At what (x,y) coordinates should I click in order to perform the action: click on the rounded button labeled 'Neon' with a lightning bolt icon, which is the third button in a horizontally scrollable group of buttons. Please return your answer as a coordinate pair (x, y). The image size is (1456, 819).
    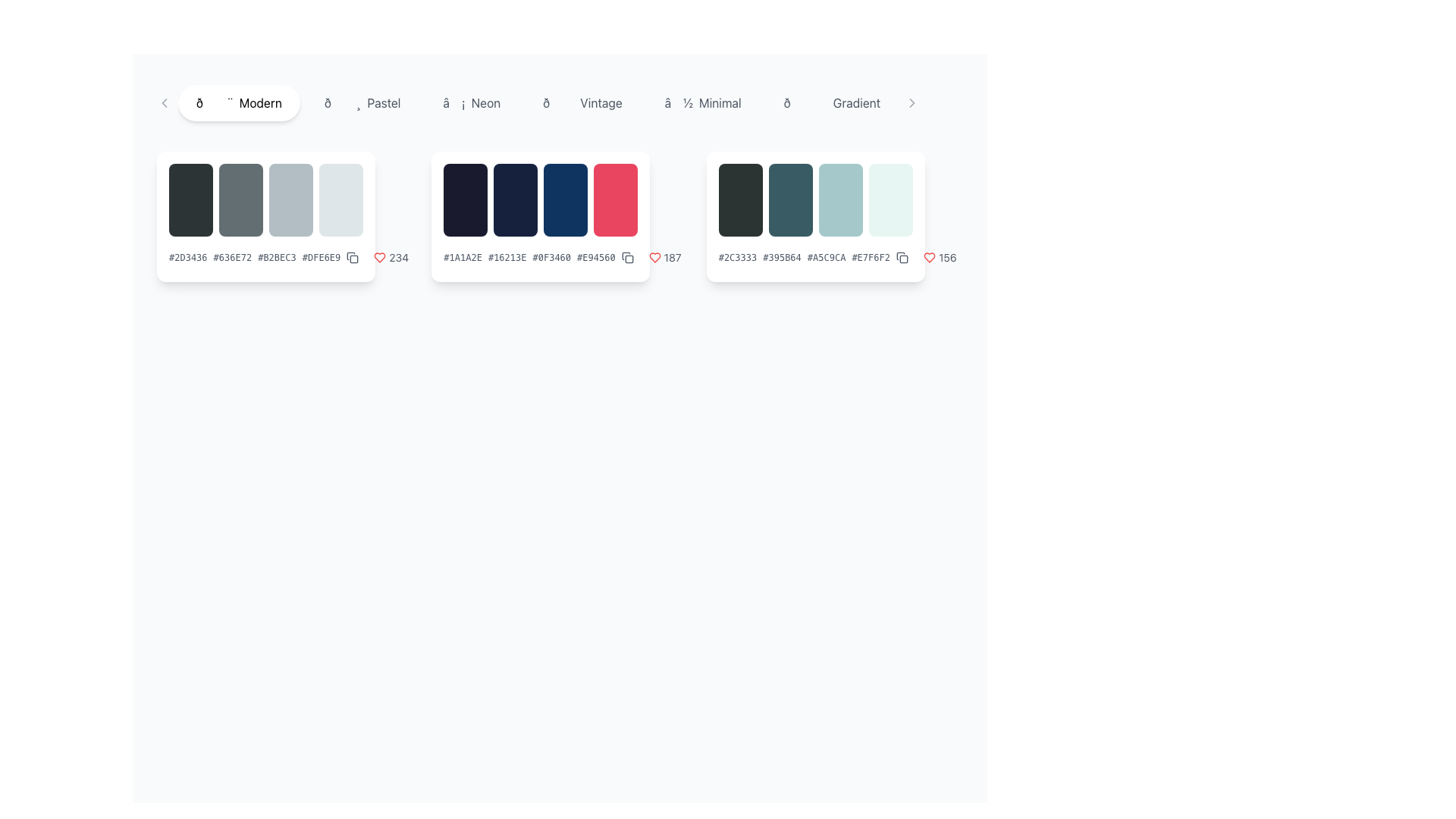
    Looking at the image, I should click on (471, 102).